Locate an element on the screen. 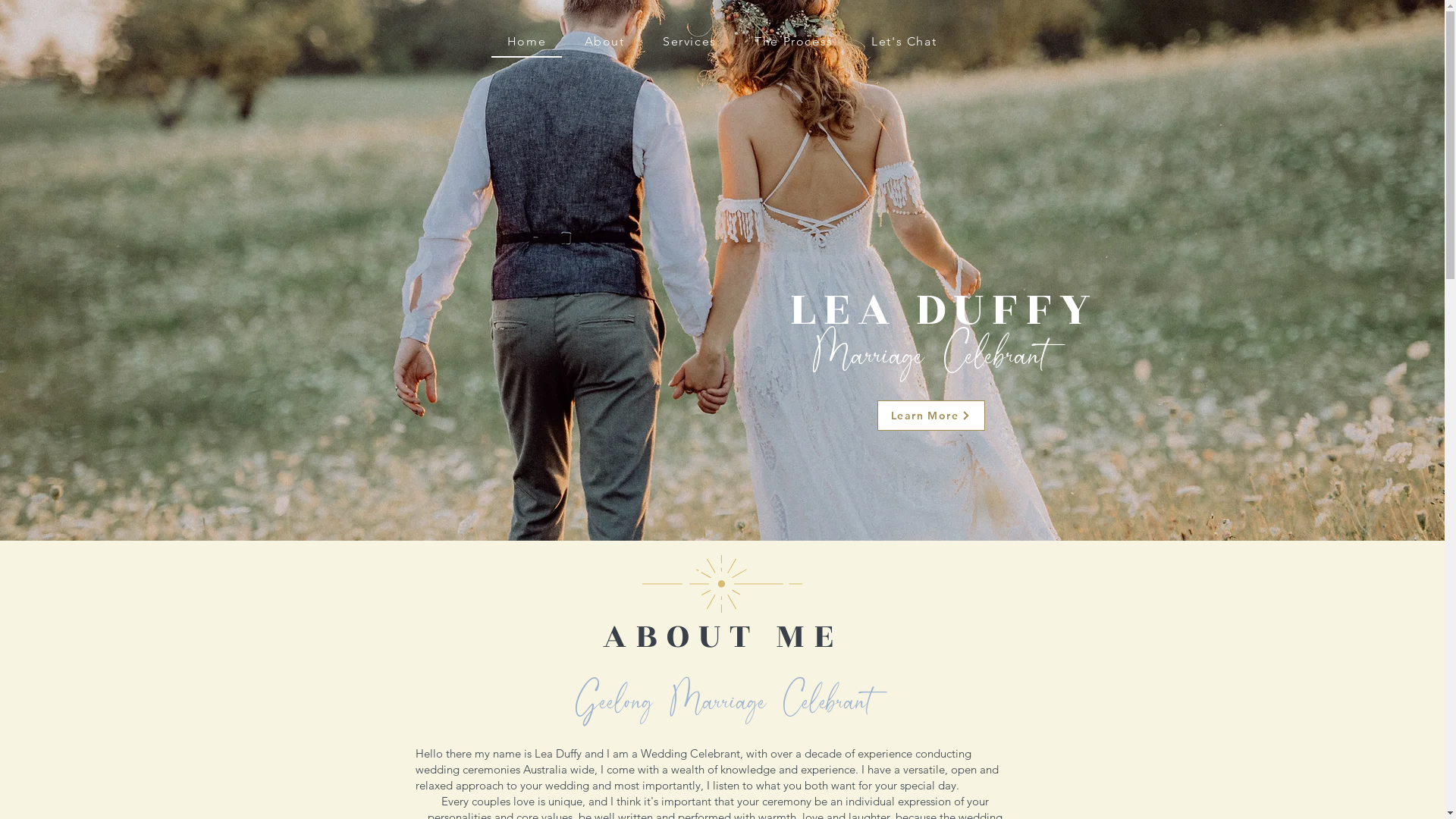 The width and height of the screenshot is (1456, 819). 'Let's Chat' is located at coordinates (903, 40).